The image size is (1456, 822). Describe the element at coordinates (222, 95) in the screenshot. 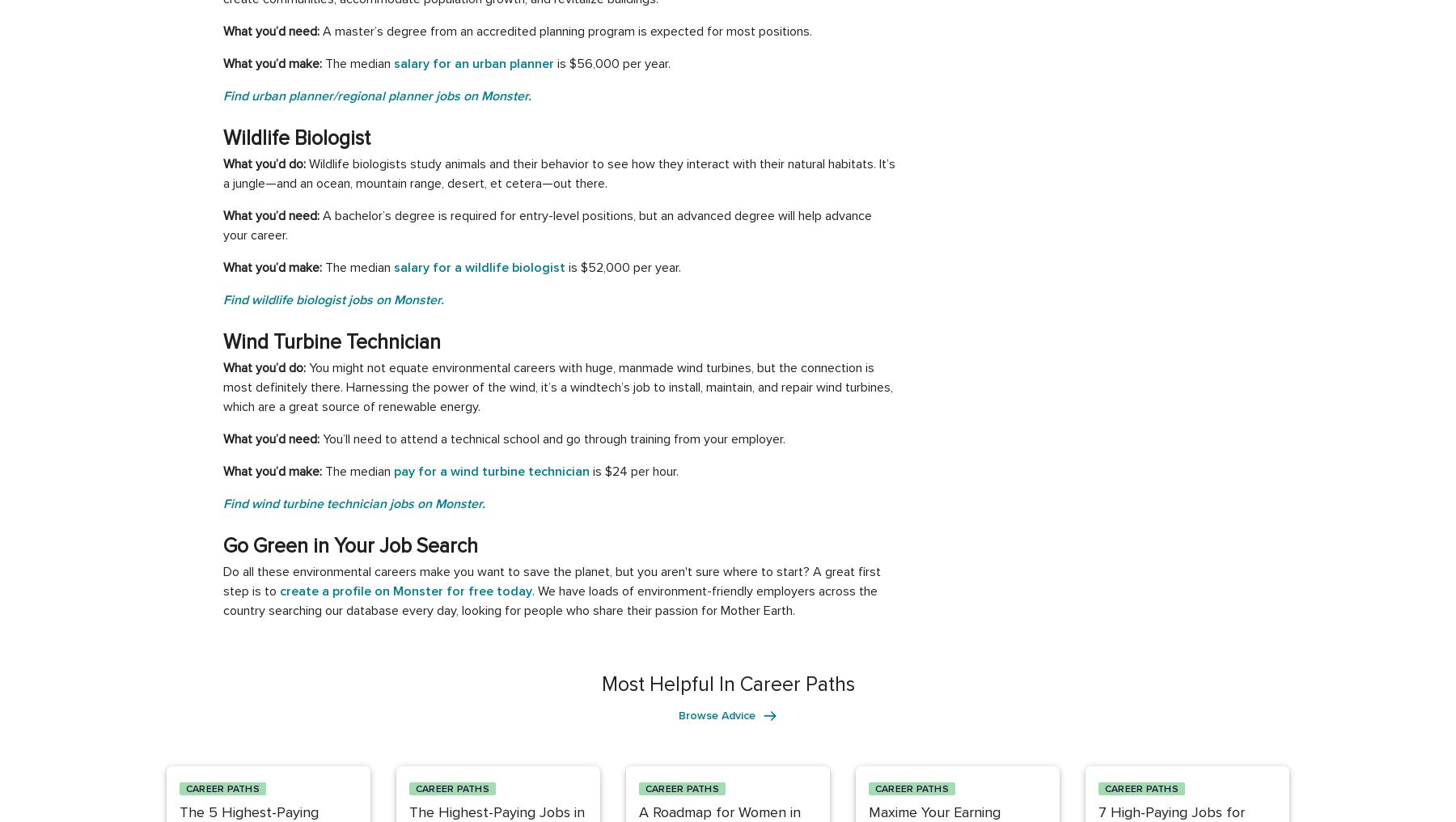

I see `'Find urban planner/regional planner jobs on Monster.'` at that location.